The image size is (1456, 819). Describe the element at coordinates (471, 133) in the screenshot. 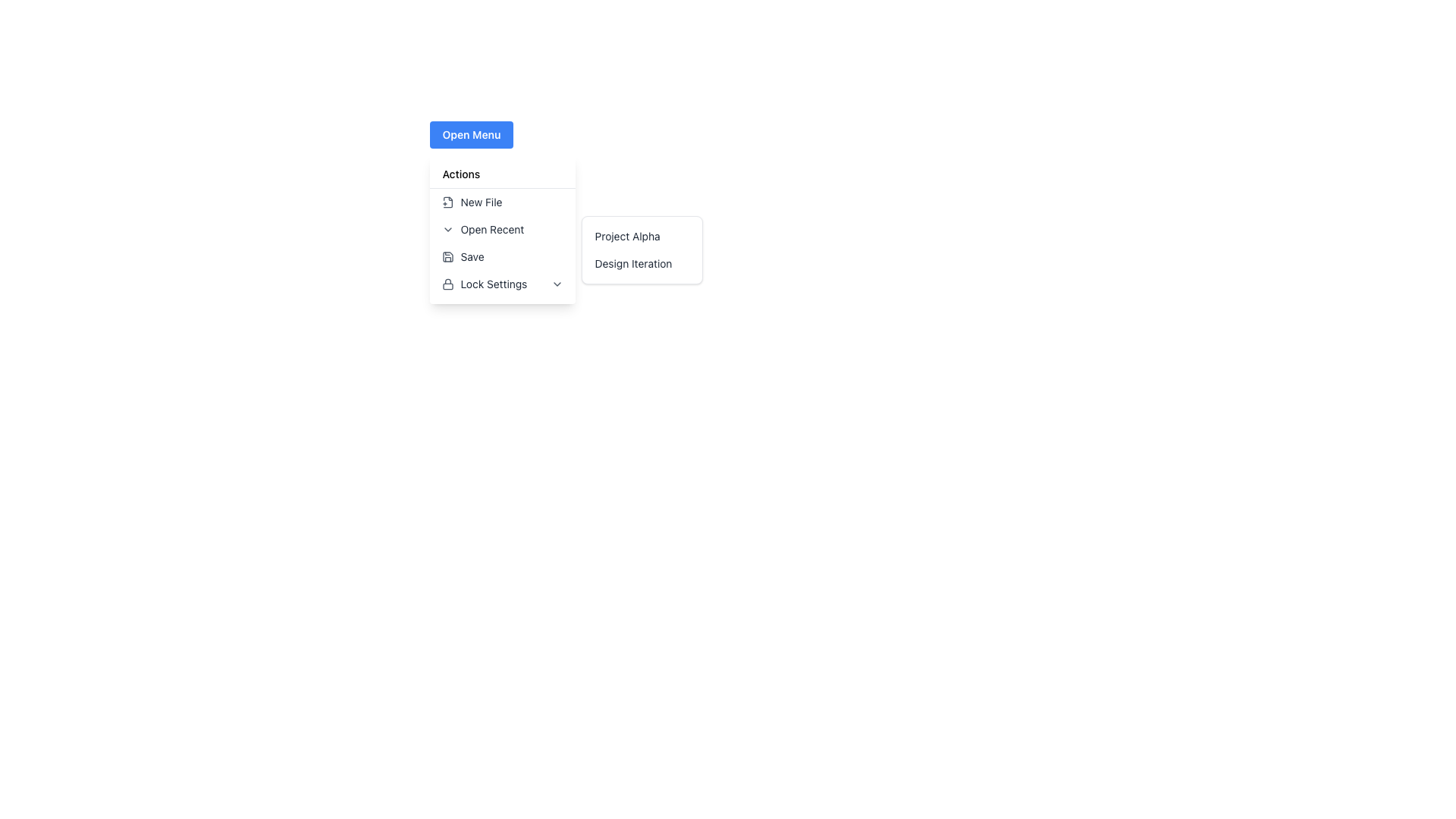

I see `the trigger button located at the top-center of the dropdown menu layout` at that location.